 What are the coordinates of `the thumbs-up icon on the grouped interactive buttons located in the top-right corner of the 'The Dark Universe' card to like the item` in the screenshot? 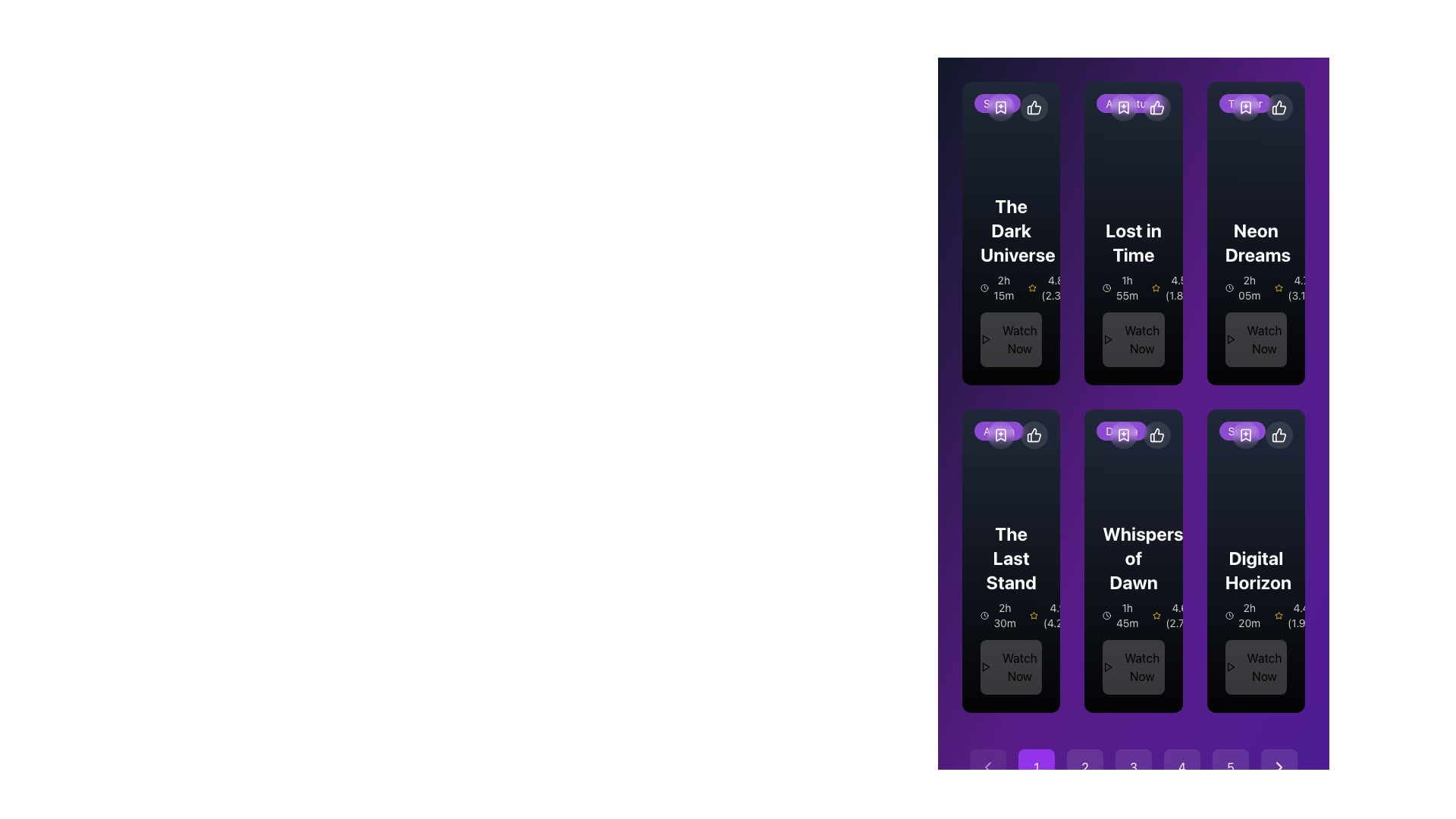 It's located at (1018, 107).